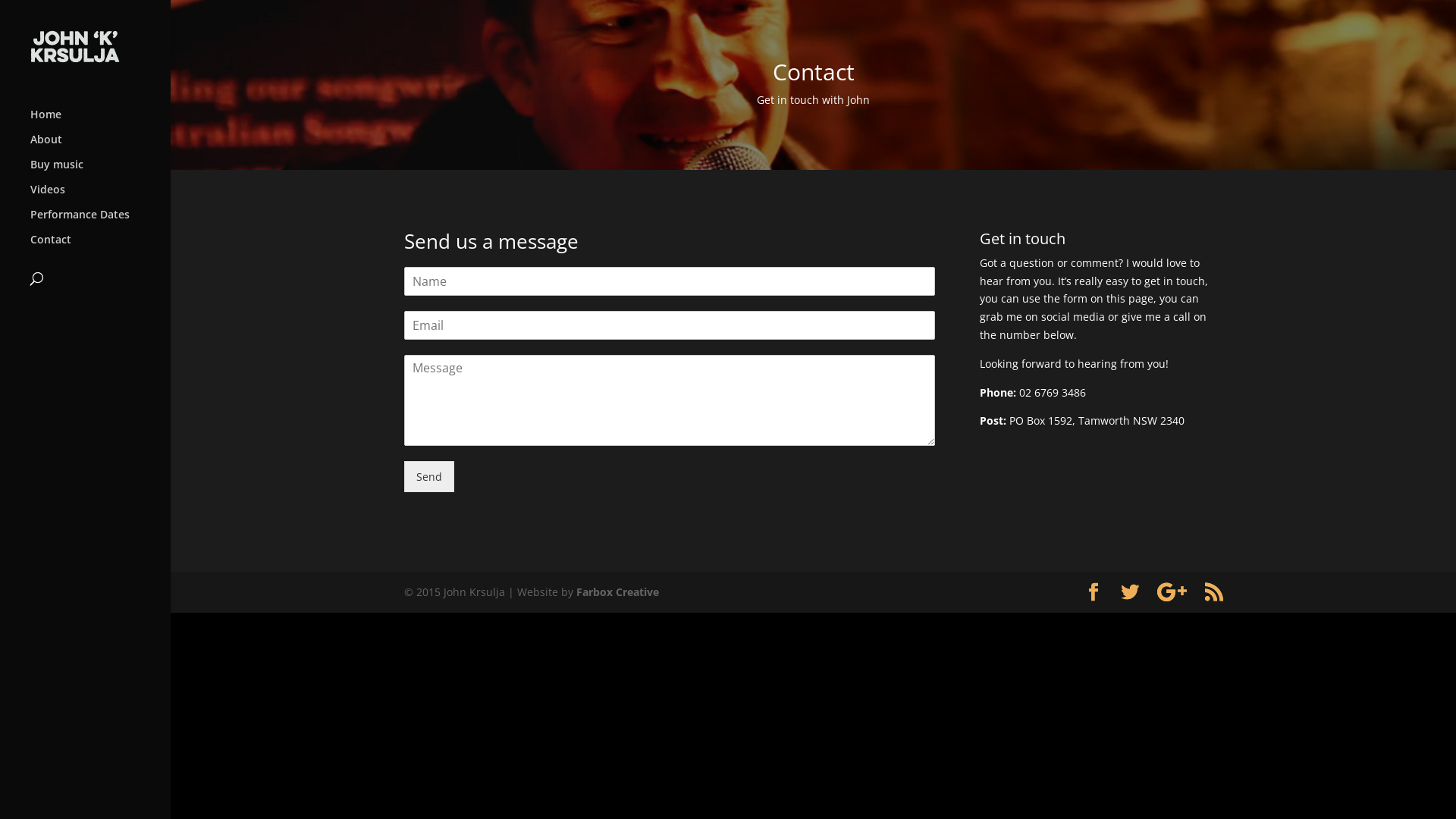 The height and width of the screenshot is (819, 1456). I want to click on 'About', so click(30, 146).